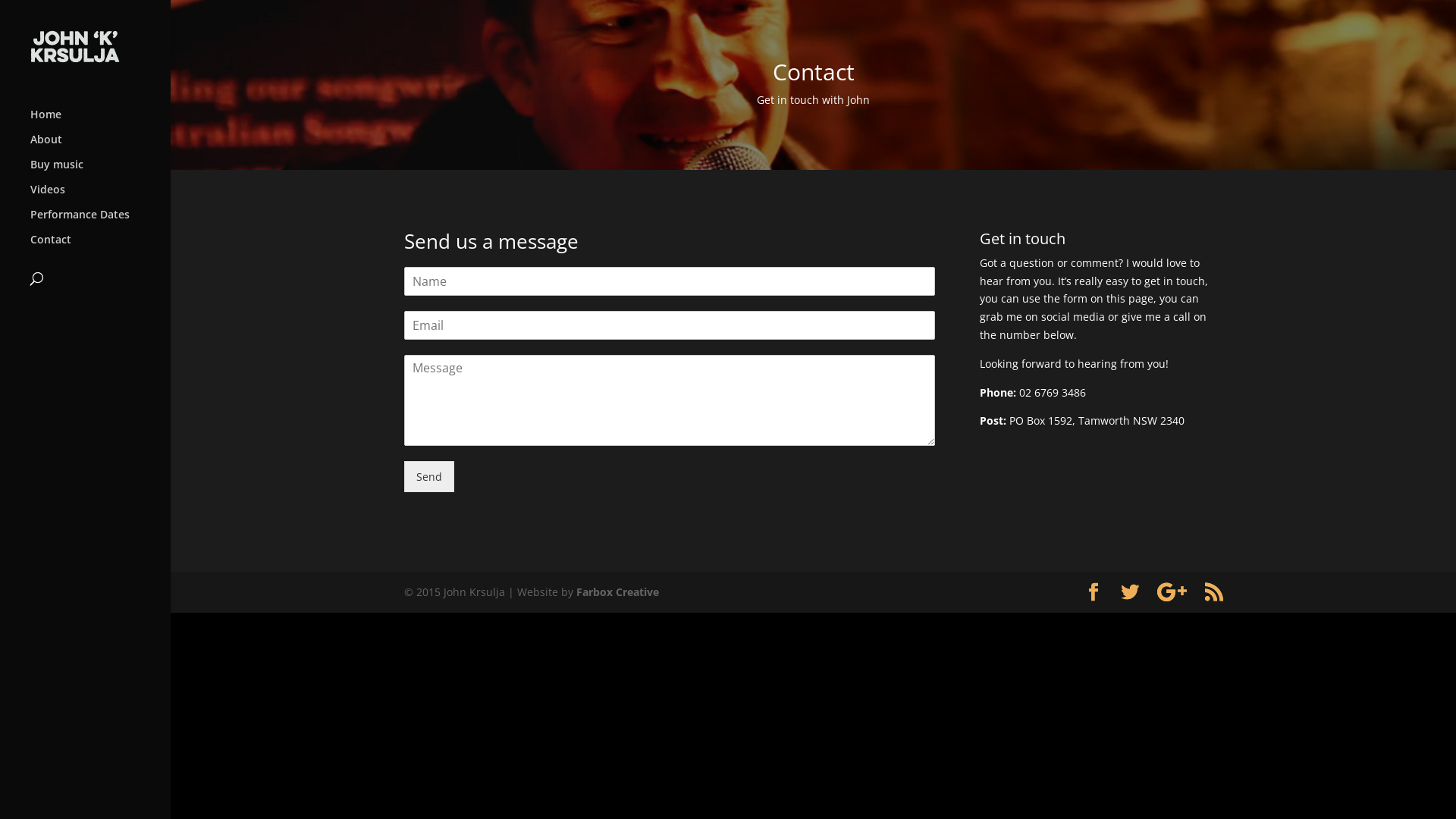 The height and width of the screenshot is (819, 1456). I want to click on 'About', so click(30, 146).